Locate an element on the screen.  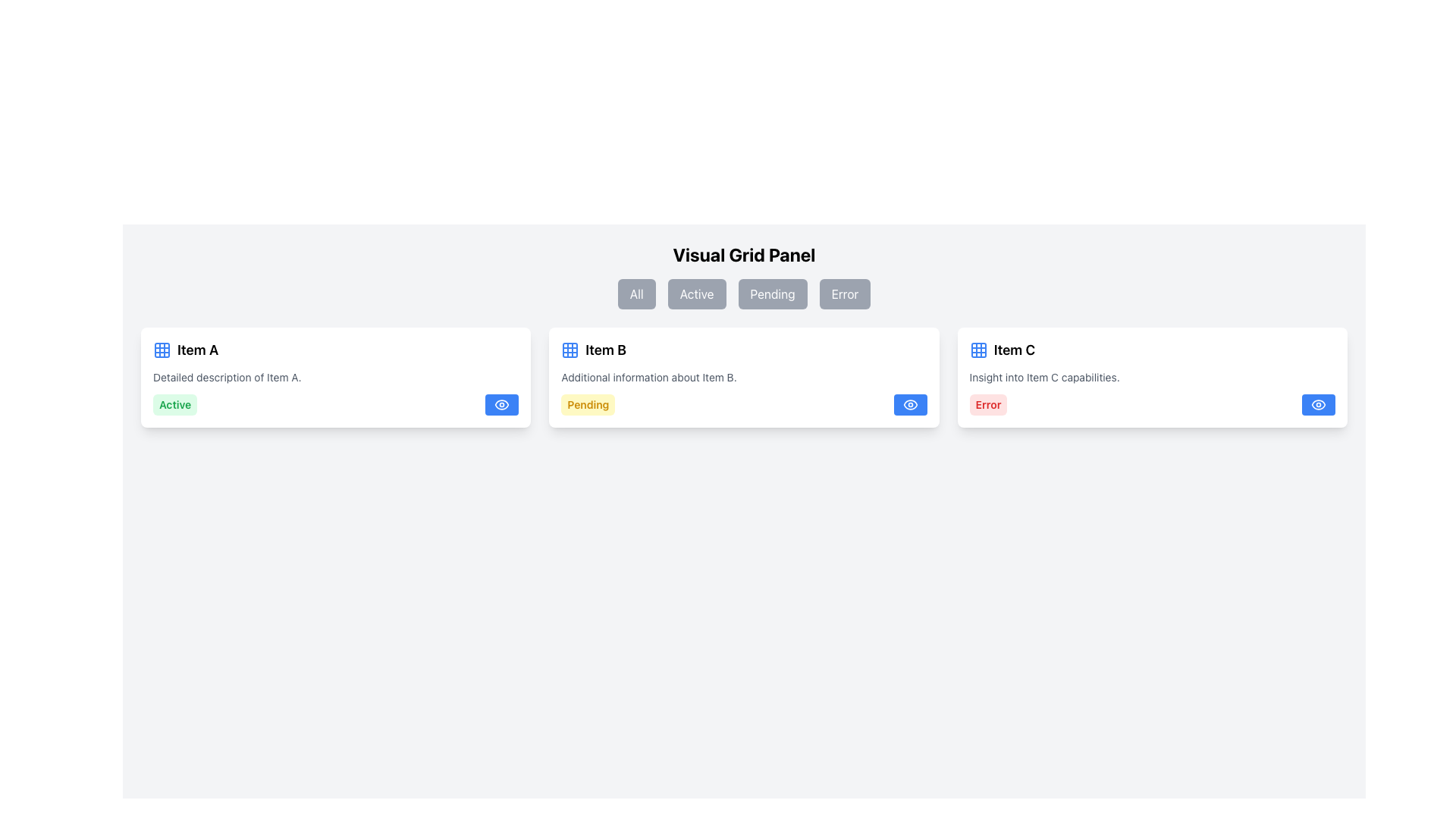
the small blue square with rounded corners located in the top-left square of the grid icon adjacent to the title 'Item A' is located at coordinates (978, 350).